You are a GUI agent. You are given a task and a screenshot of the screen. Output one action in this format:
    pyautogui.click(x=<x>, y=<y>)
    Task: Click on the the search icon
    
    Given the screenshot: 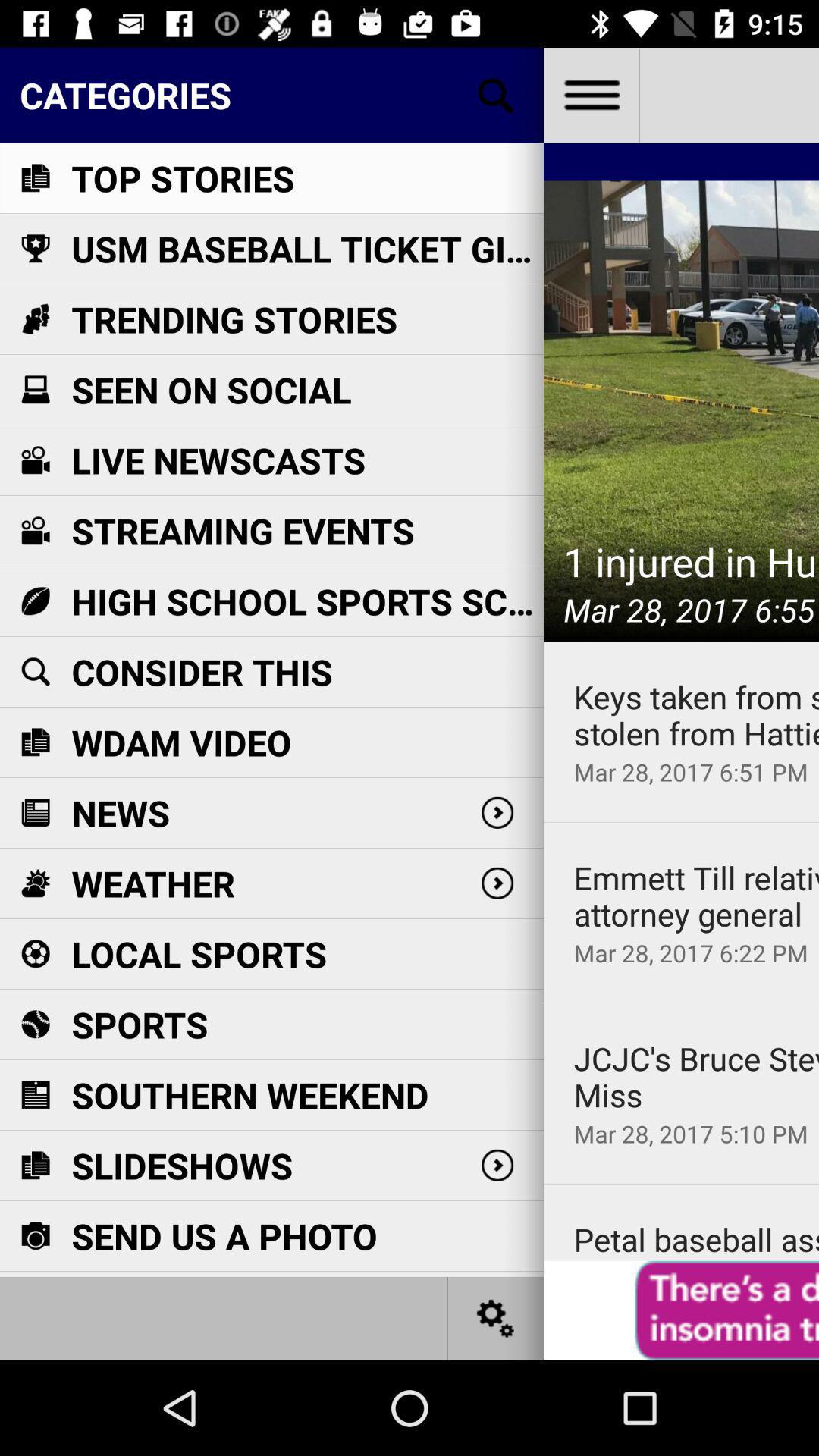 What is the action you would take?
    pyautogui.click(x=496, y=94)
    